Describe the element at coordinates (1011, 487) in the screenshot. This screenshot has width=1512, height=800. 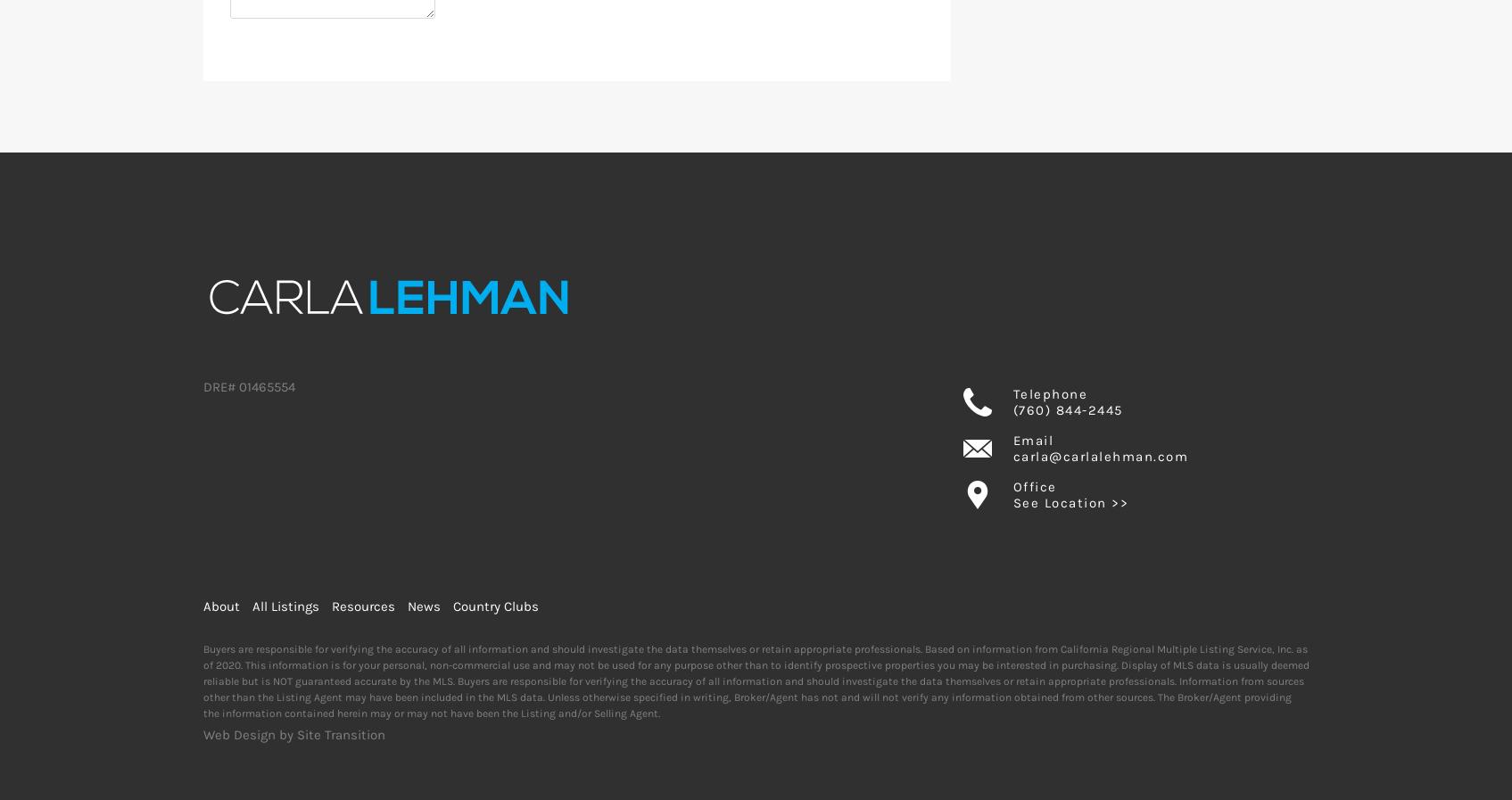
I see `'Office'` at that location.